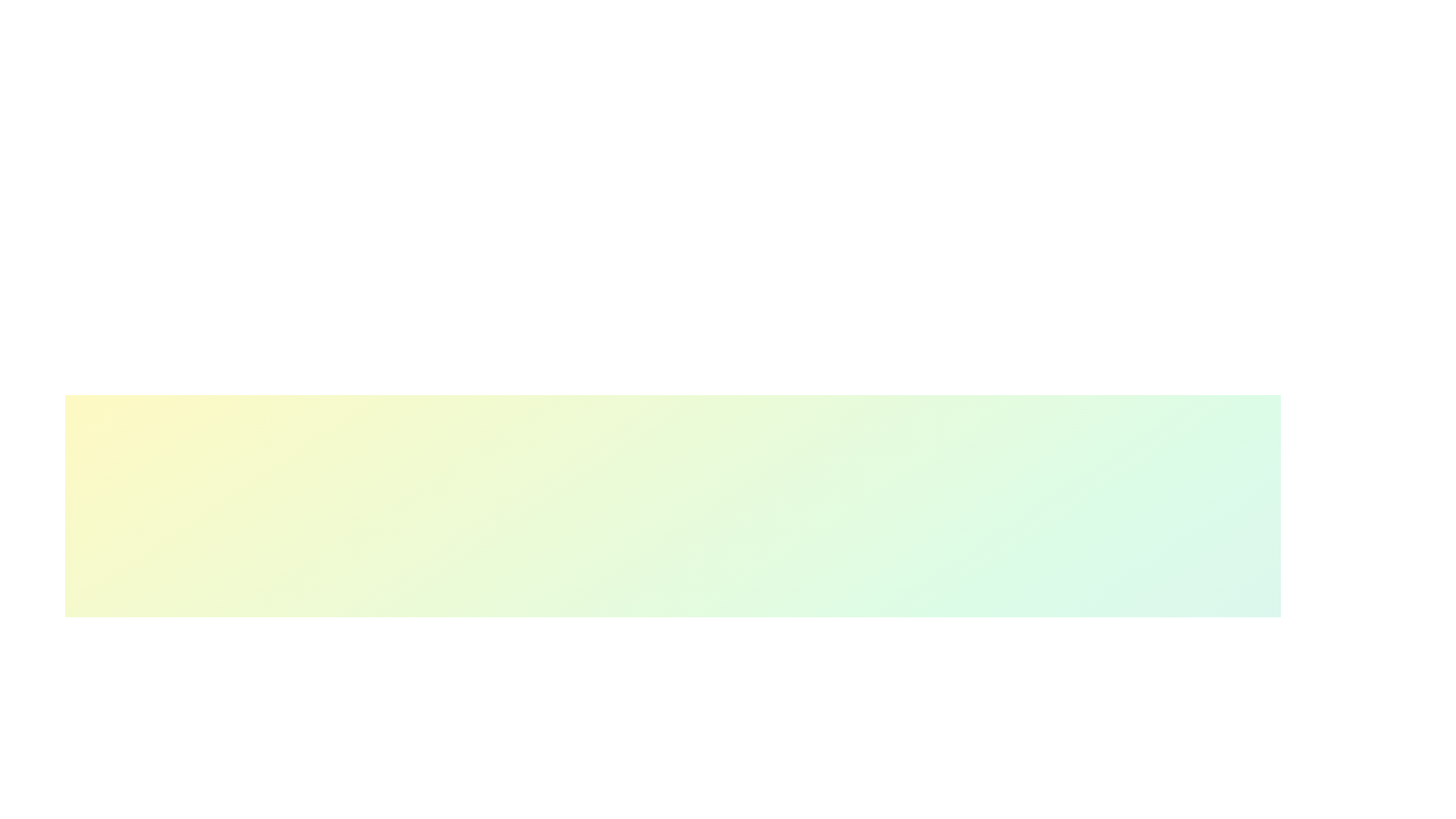 The width and height of the screenshot is (1456, 819). What do you see at coordinates (830, 695) in the screenshot?
I see `the decorative icon to visually inspect its details` at bounding box center [830, 695].